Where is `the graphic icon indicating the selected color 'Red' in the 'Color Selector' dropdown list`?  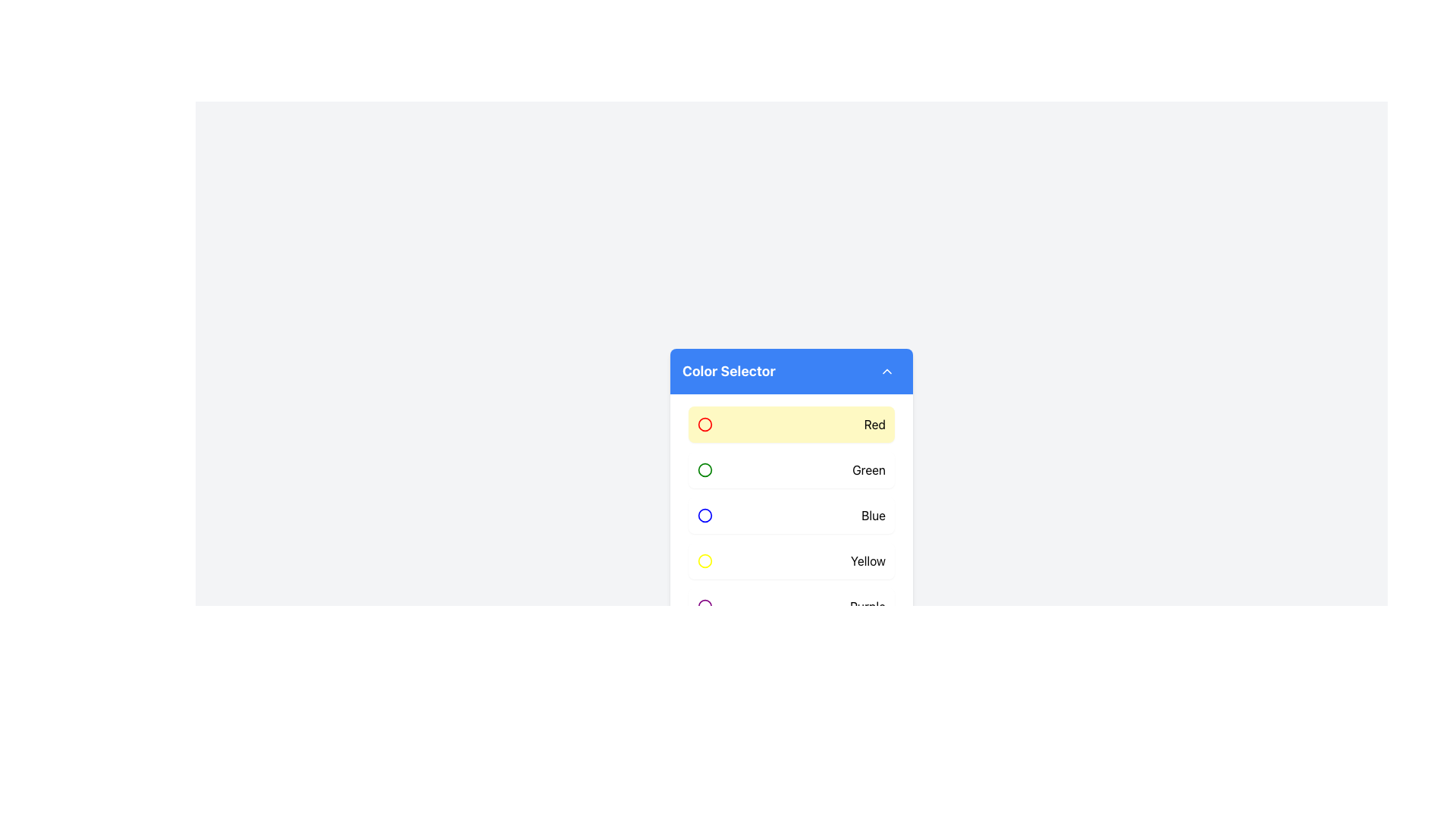 the graphic icon indicating the selected color 'Red' in the 'Color Selector' dropdown list is located at coordinates (704, 424).